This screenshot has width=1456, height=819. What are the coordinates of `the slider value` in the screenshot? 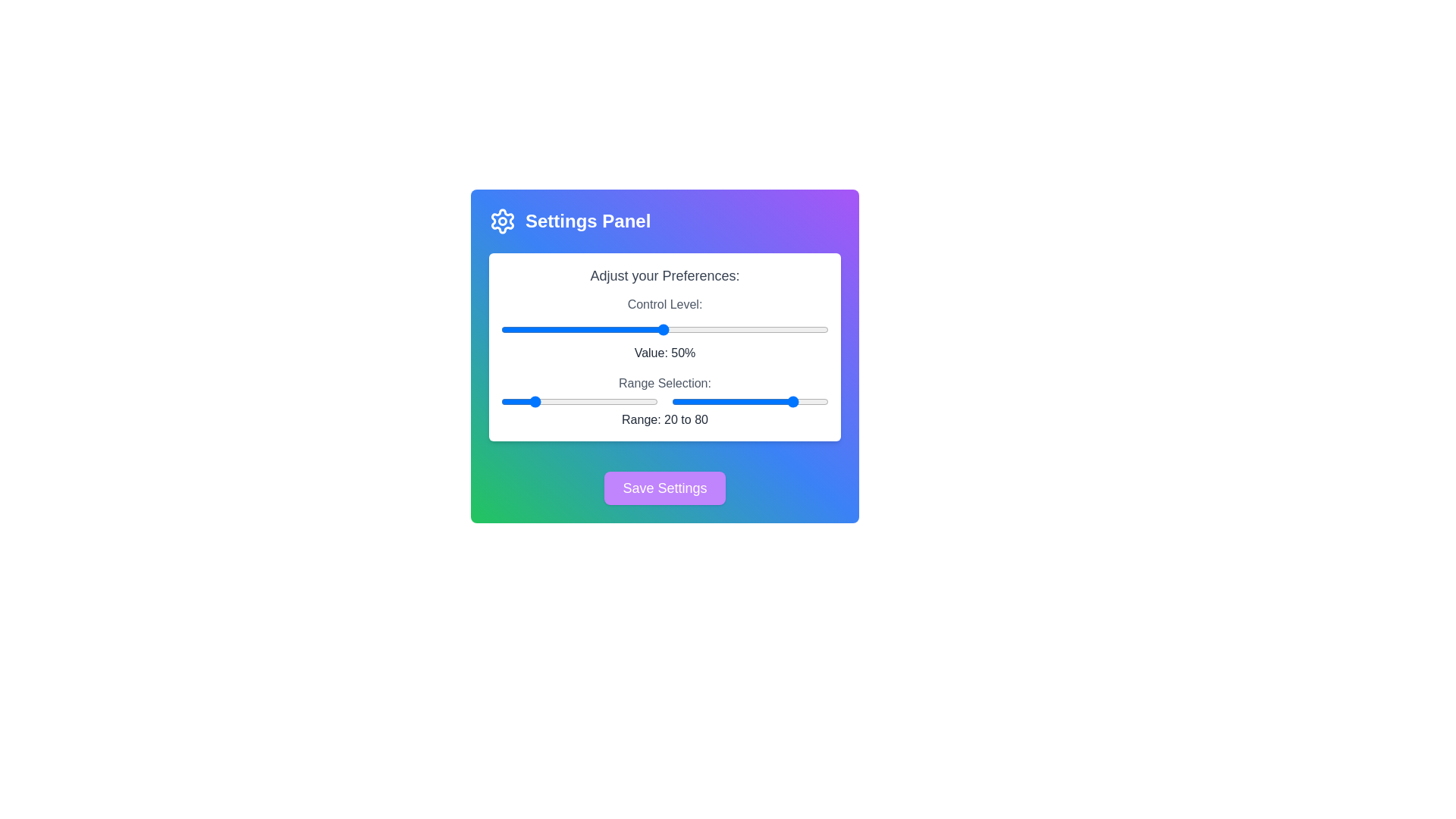 It's located at (698, 329).